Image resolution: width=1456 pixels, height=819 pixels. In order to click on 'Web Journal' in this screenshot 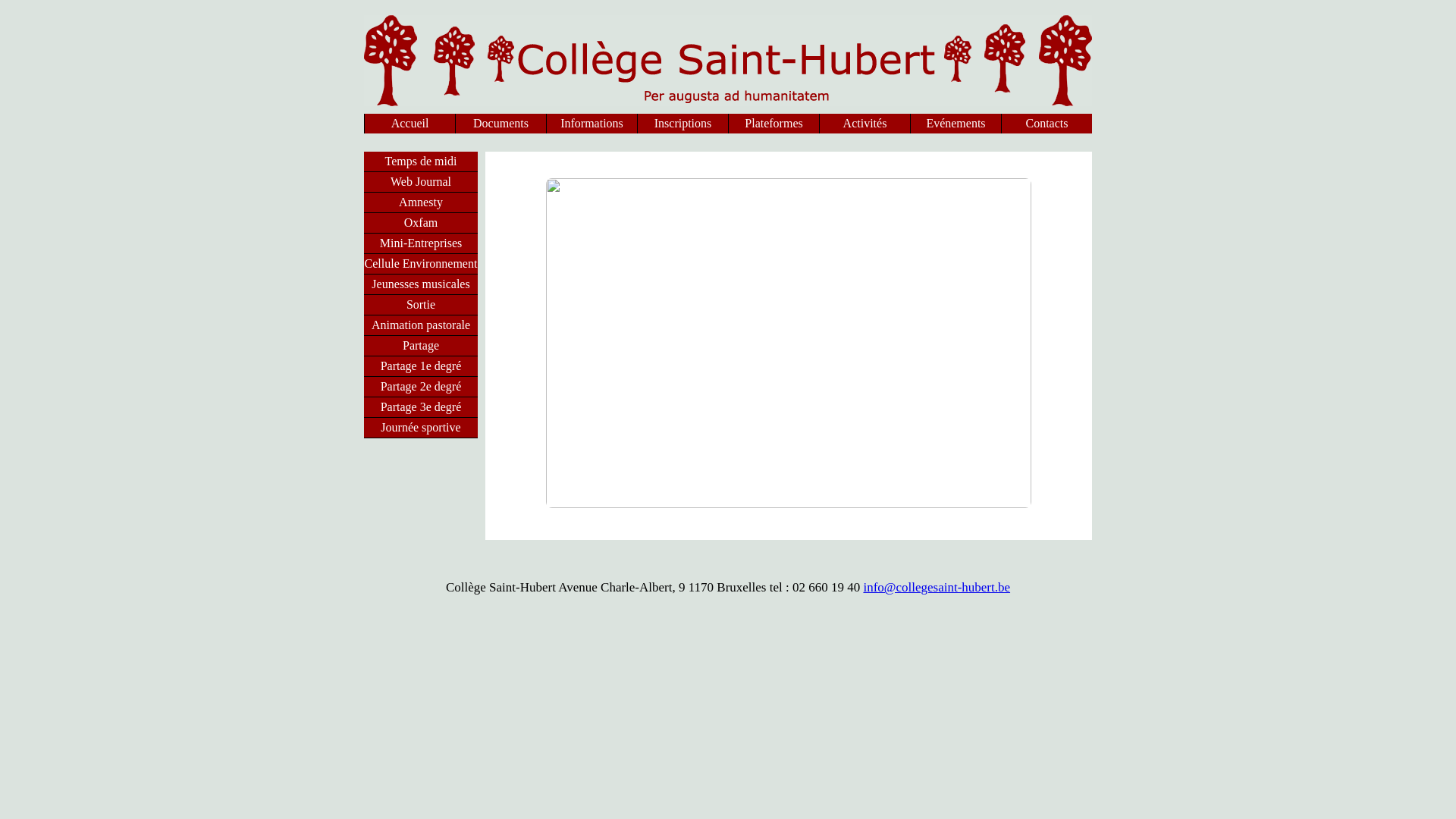, I will do `click(364, 180)`.